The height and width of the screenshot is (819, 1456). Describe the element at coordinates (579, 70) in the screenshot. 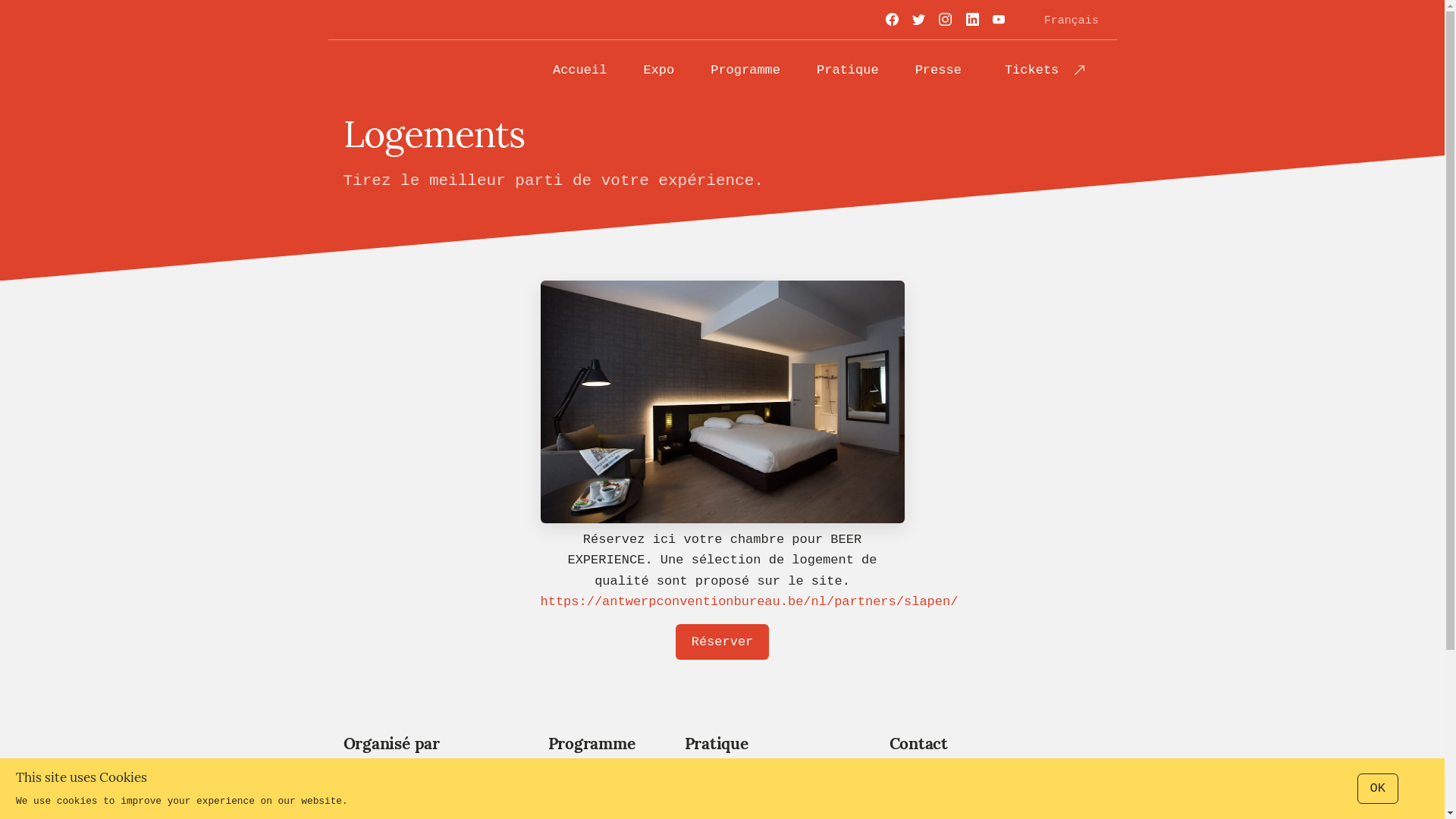

I see `'Accueil'` at that location.